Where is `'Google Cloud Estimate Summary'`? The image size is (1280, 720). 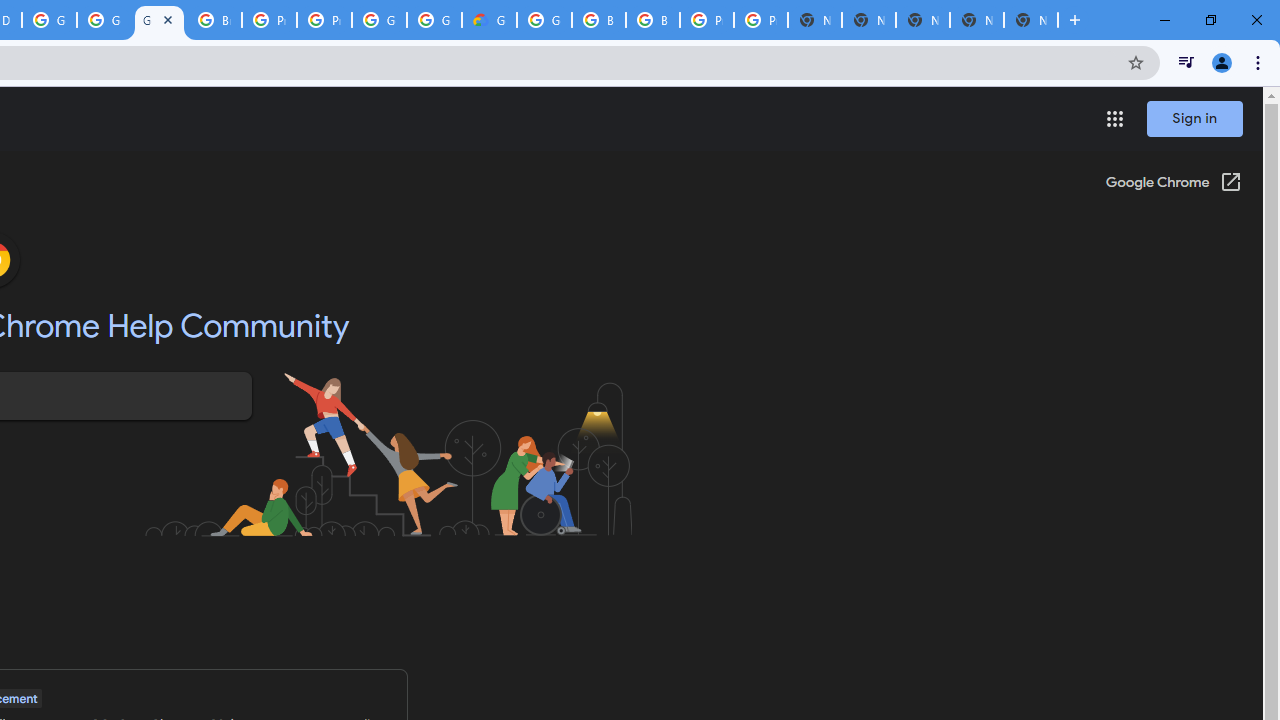 'Google Cloud Estimate Summary' is located at coordinates (489, 20).